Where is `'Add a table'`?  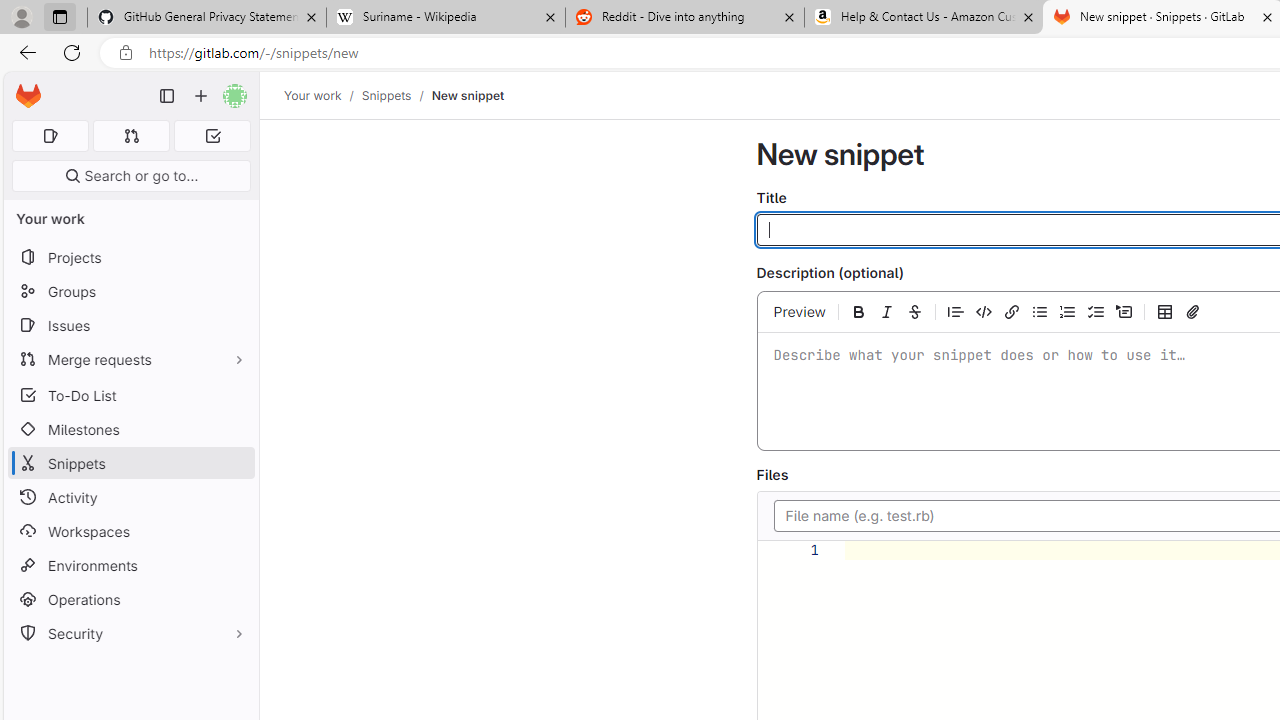 'Add a table' is located at coordinates (1165, 311).